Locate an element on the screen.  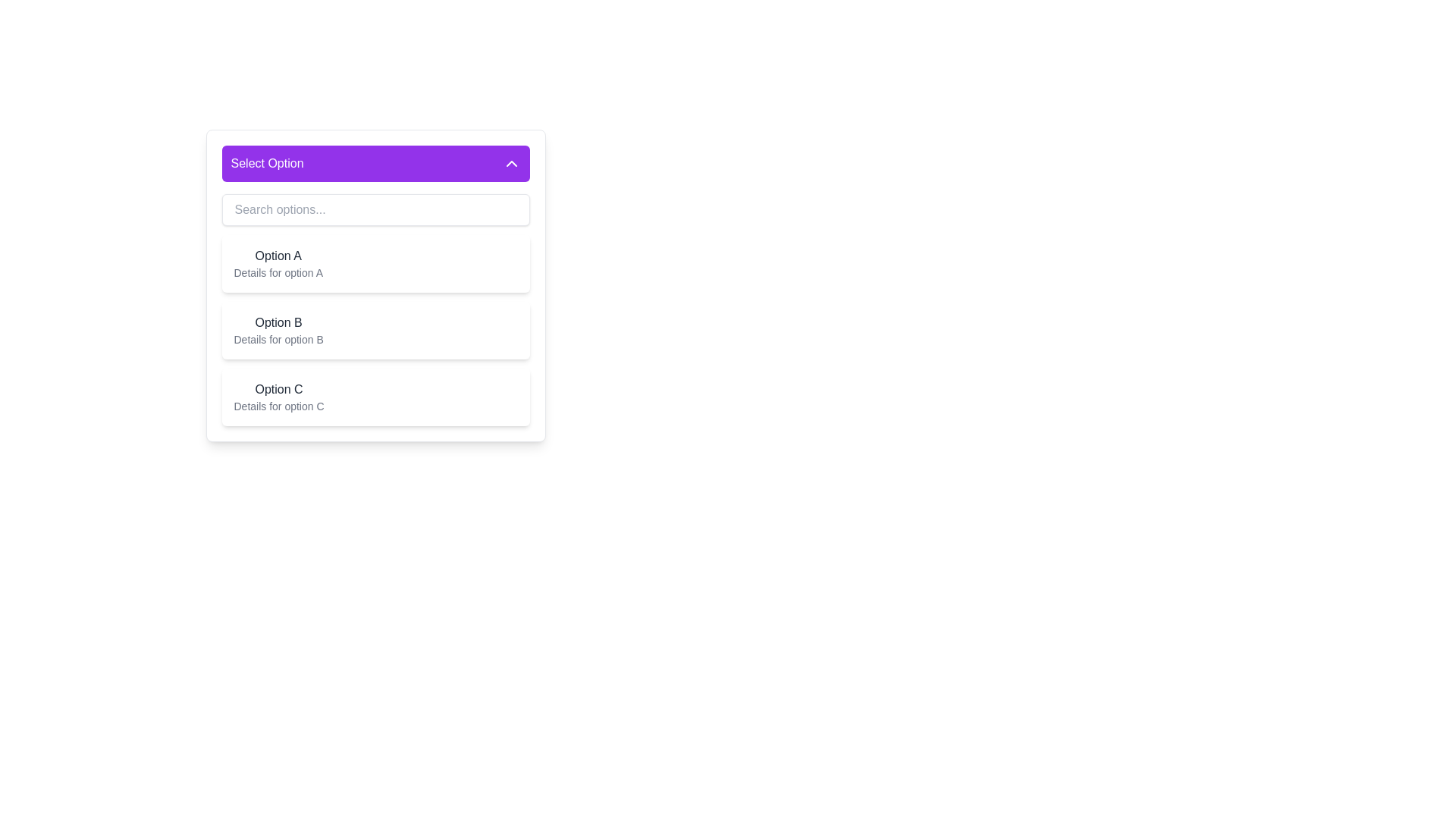
the selectable list item labeled 'Option C' is located at coordinates (375, 397).